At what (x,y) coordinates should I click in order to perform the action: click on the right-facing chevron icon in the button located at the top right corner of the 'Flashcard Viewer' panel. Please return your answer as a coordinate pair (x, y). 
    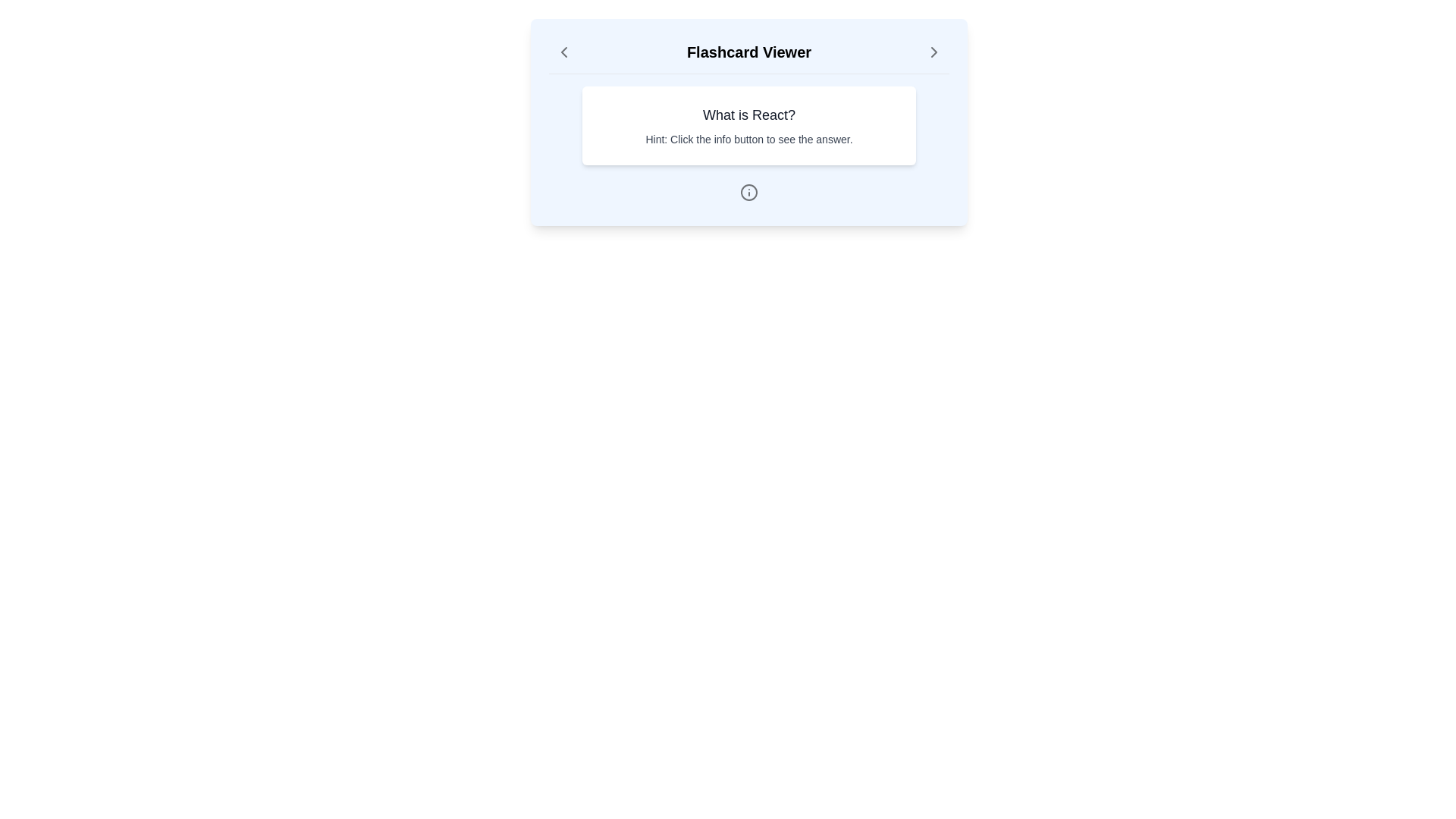
    Looking at the image, I should click on (934, 52).